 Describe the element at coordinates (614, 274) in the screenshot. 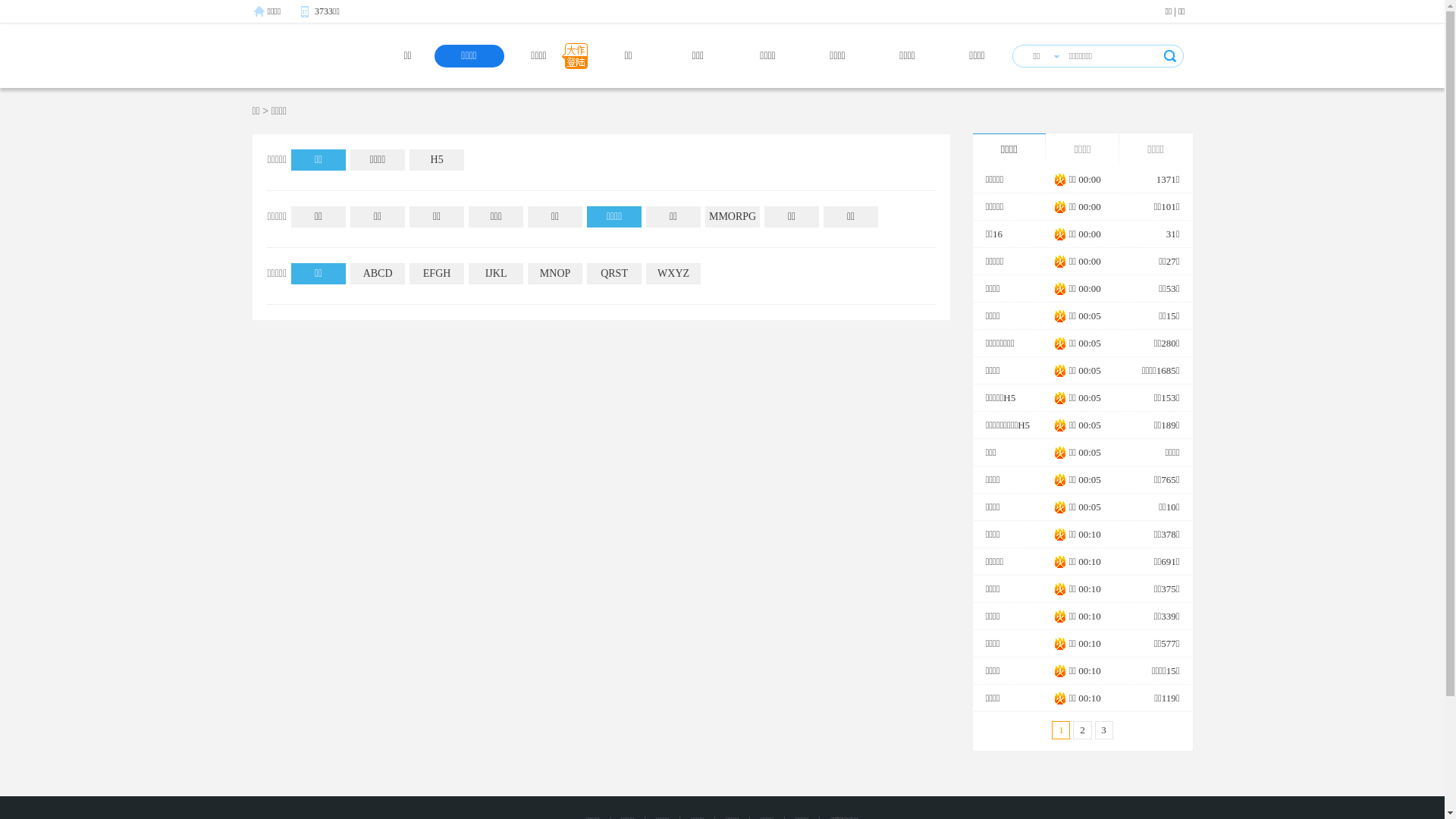

I see `'QRST'` at that location.